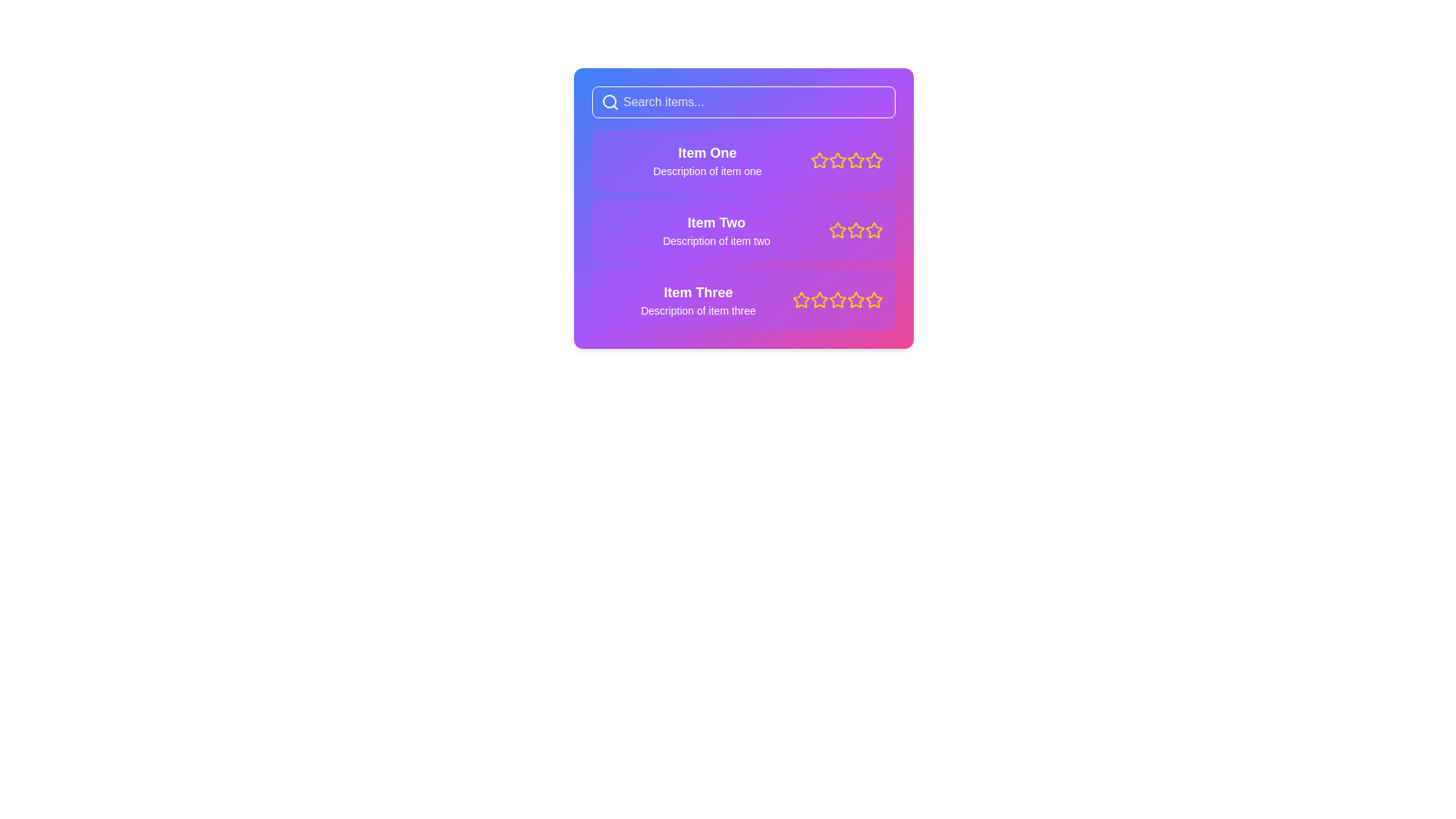 This screenshot has height=819, width=1456. I want to click on the Text Display element that shows 'Item Three' in bold white text and 'Description of item three' below it, located at the bottom of the visible list area, so click(698, 300).